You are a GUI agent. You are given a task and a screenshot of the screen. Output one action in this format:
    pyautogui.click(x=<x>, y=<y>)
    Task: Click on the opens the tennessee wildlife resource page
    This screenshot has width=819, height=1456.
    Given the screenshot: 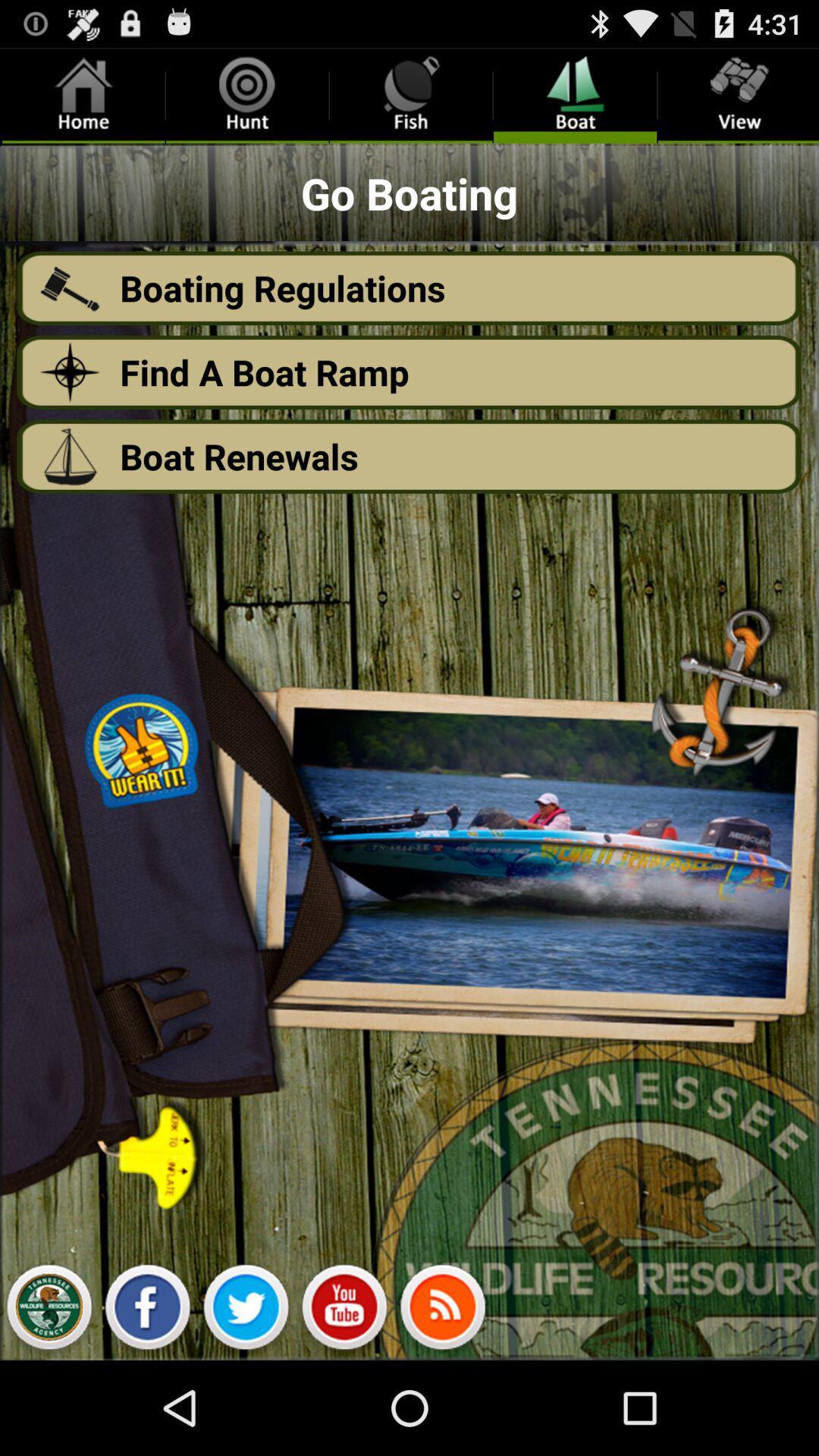 What is the action you would take?
    pyautogui.click(x=48, y=1310)
    